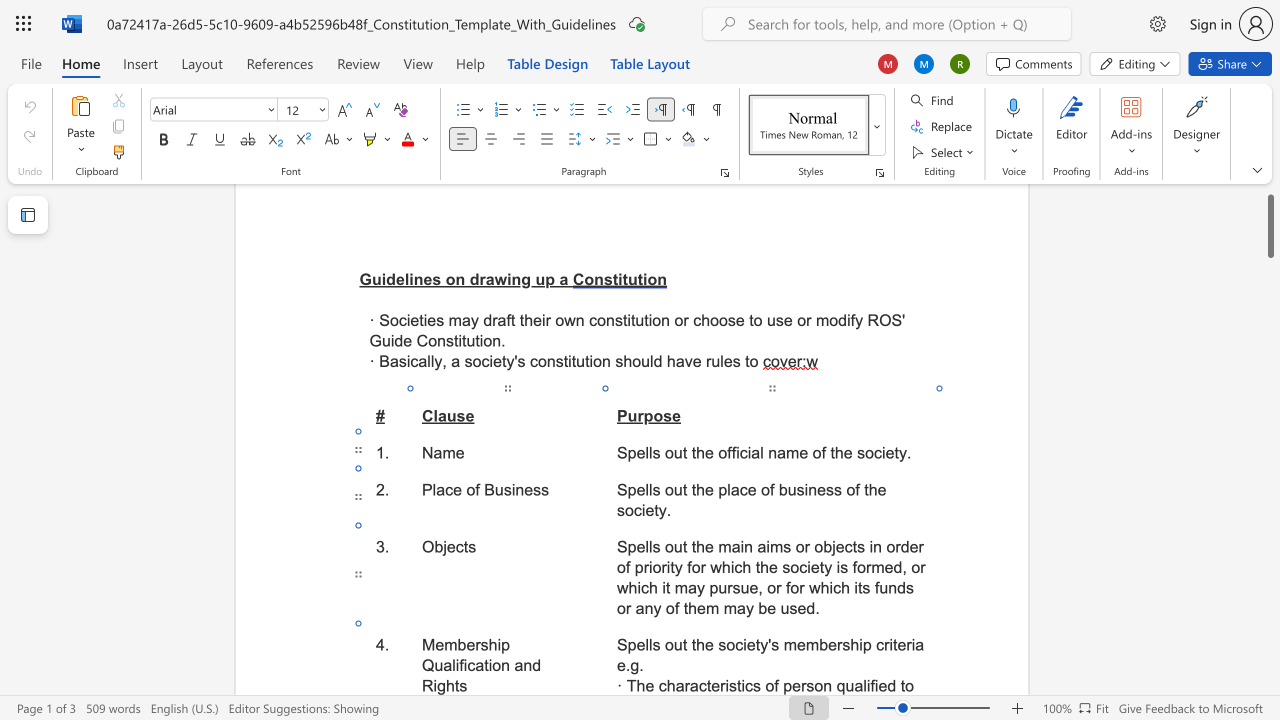  What do you see at coordinates (483, 665) in the screenshot?
I see `the space between the continuous character "a" and "t" in the text` at bounding box center [483, 665].